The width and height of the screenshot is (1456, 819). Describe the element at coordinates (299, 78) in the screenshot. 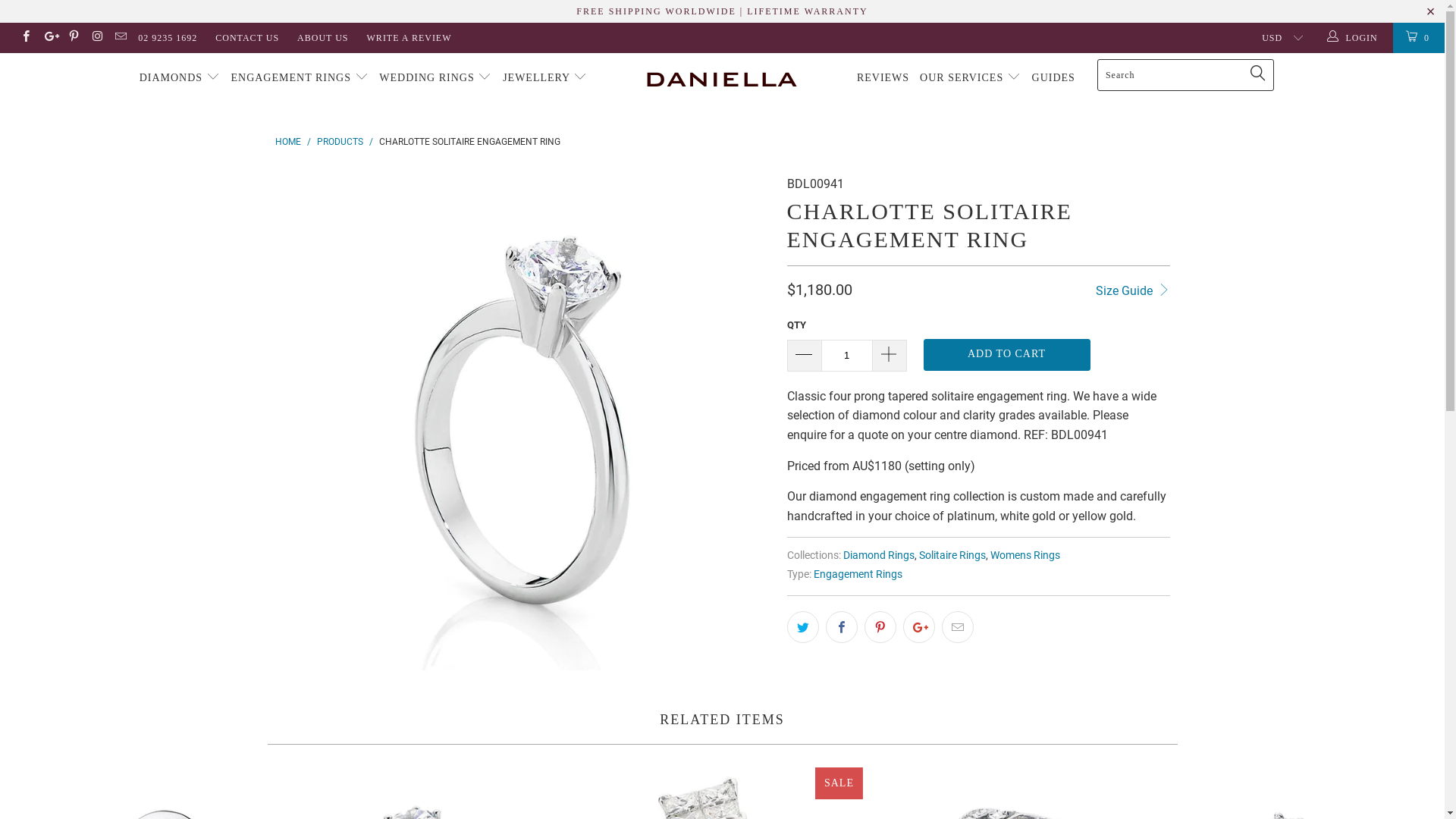

I see `'ENGAGEMENT RINGS'` at that location.